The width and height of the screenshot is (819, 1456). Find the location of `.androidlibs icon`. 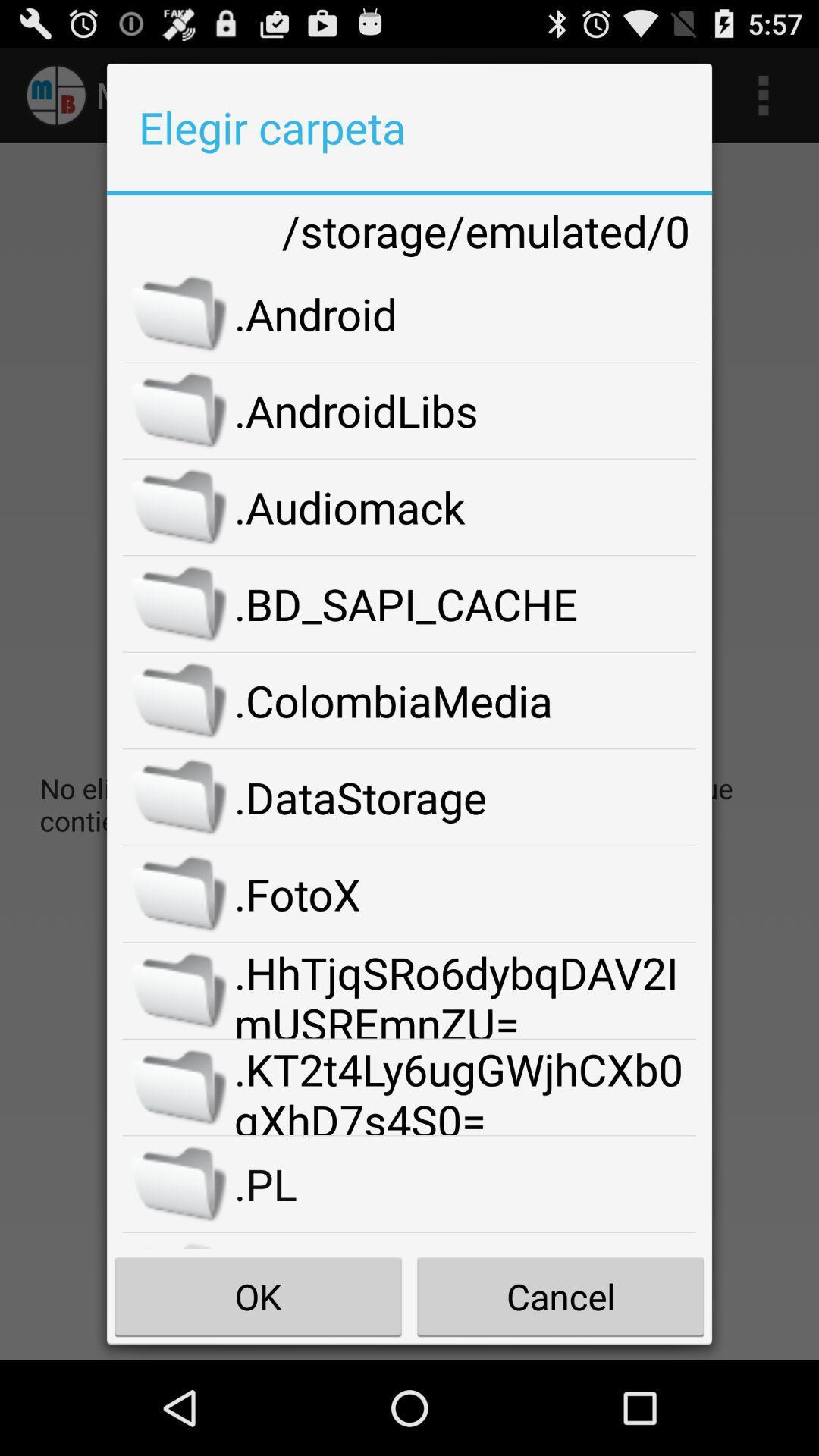

.androidlibs icon is located at coordinates (464, 410).